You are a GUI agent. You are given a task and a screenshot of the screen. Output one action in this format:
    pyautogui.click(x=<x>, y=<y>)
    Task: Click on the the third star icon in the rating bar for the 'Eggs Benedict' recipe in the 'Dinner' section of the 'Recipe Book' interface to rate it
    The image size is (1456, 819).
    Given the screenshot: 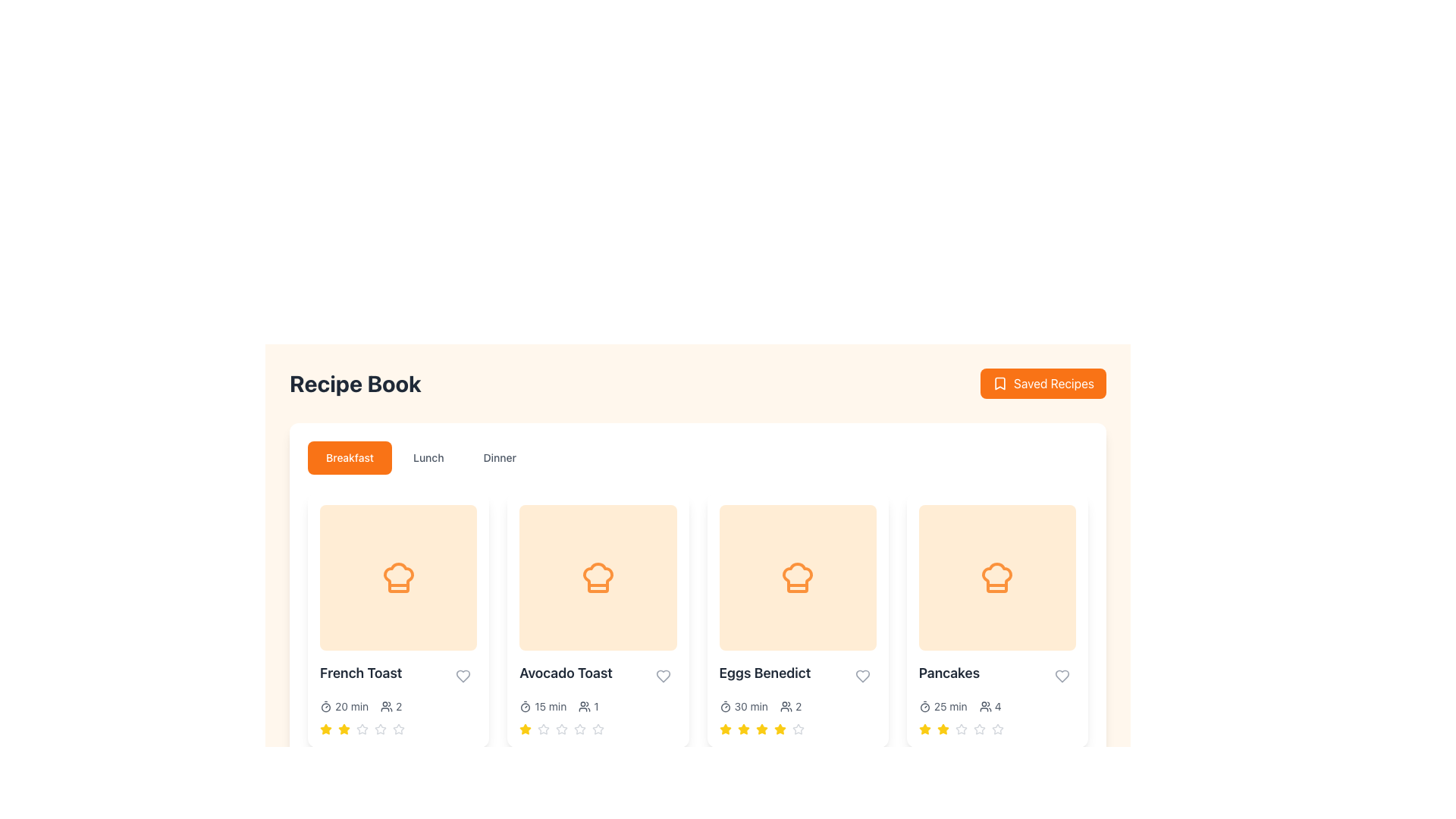 What is the action you would take?
    pyautogui.click(x=761, y=728)
    